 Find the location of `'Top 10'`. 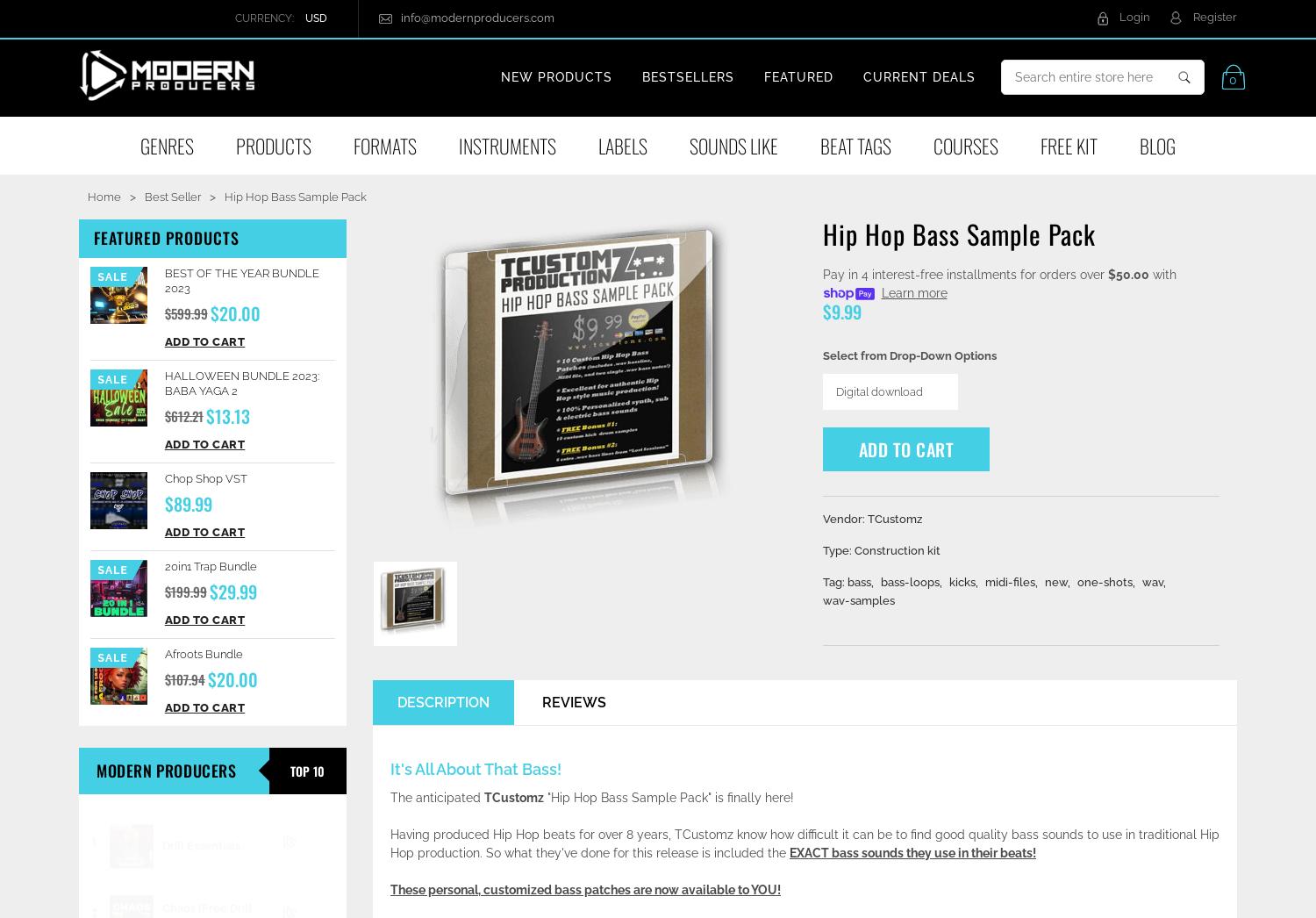

'Top 10' is located at coordinates (290, 769).